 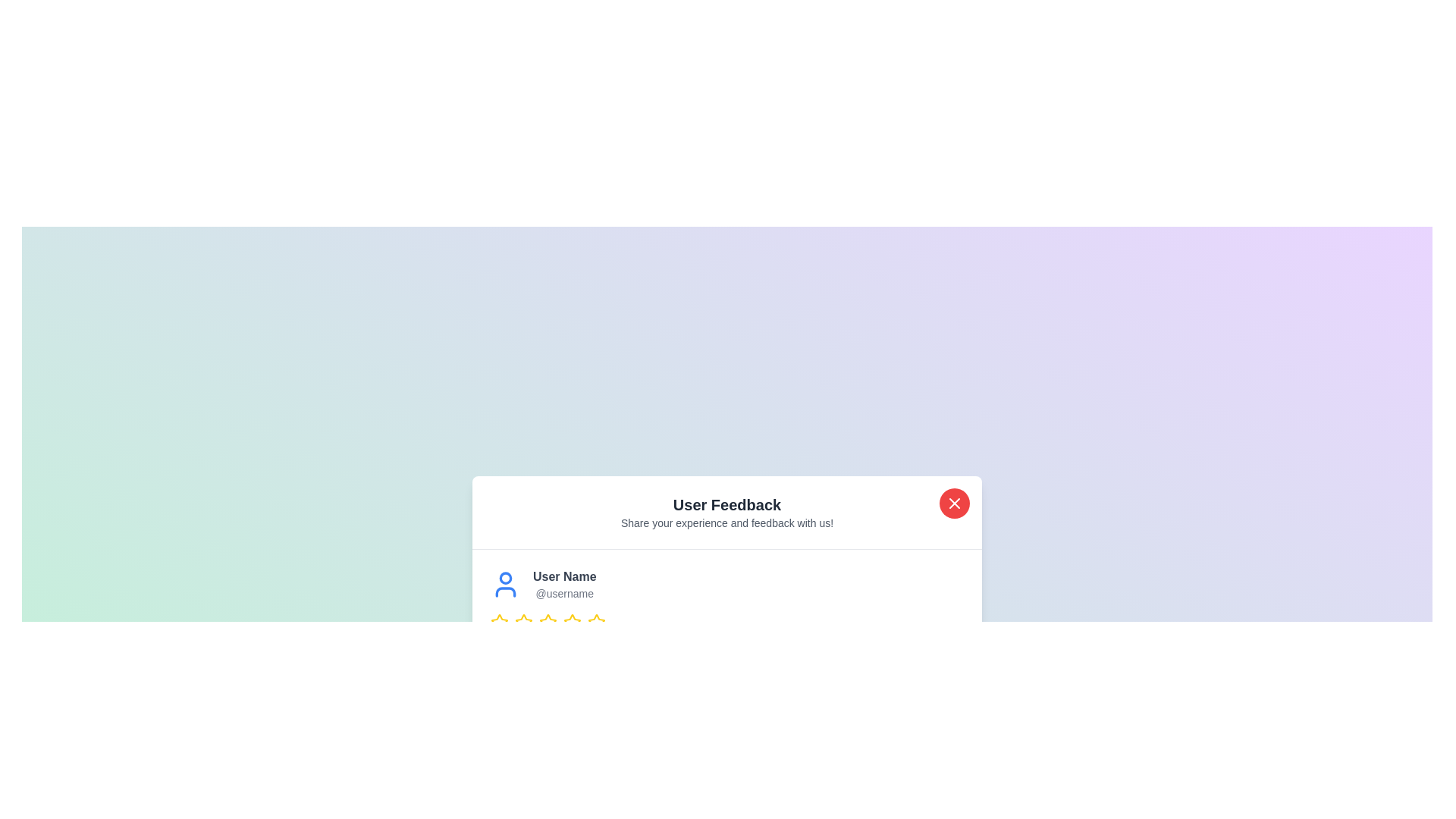 What do you see at coordinates (548, 622) in the screenshot?
I see `the fourth star icon in the sequence of five stars located below the text 'User Name' and '@username' in the central feedback dialog box` at bounding box center [548, 622].